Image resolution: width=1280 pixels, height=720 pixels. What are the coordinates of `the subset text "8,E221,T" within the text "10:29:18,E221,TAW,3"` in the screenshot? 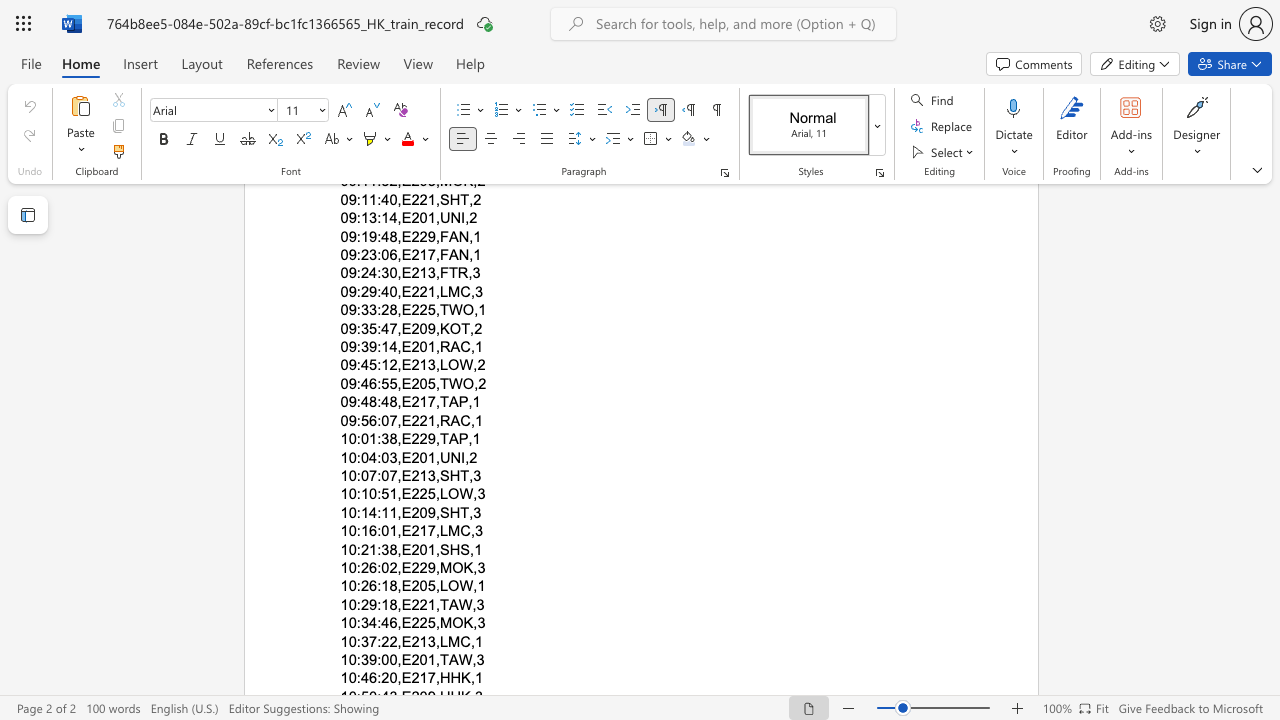 It's located at (389, 603).